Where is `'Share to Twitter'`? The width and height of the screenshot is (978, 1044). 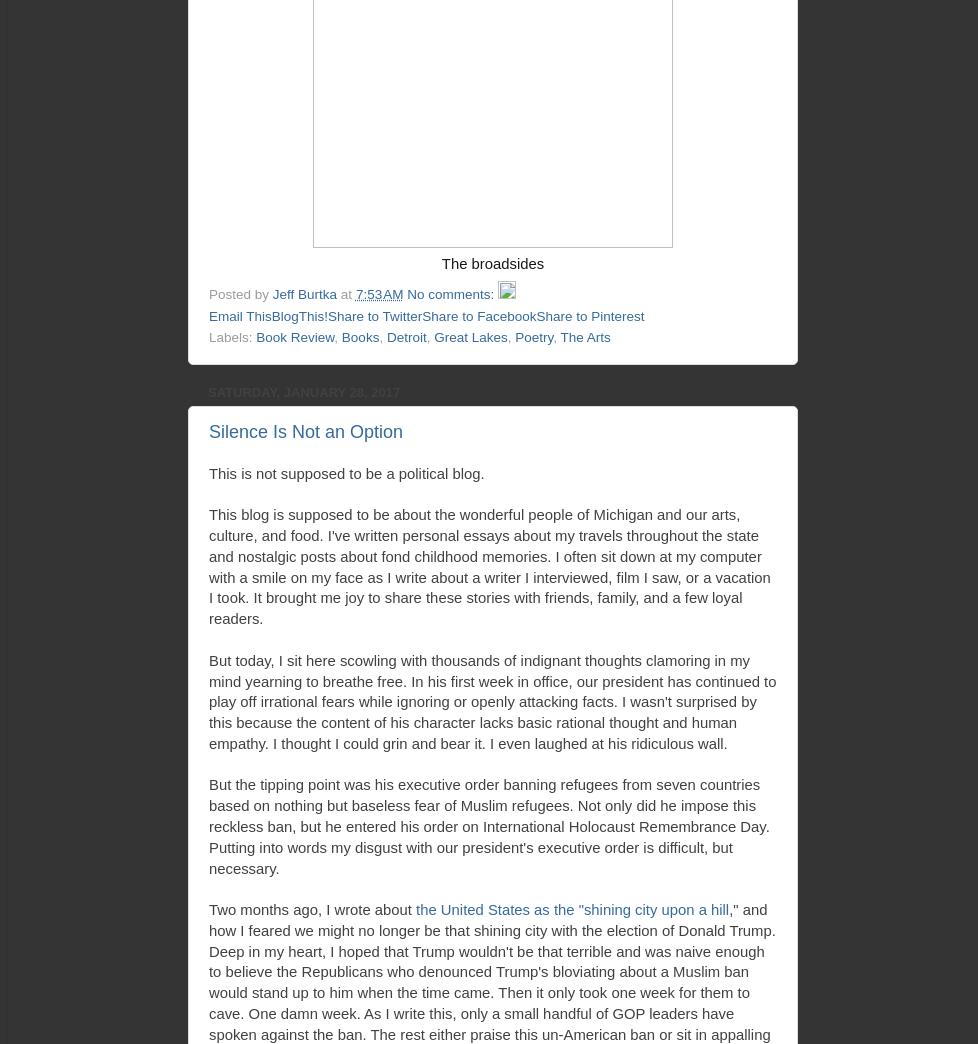
'Share to Twitter' is located at coordinates (373, 314).